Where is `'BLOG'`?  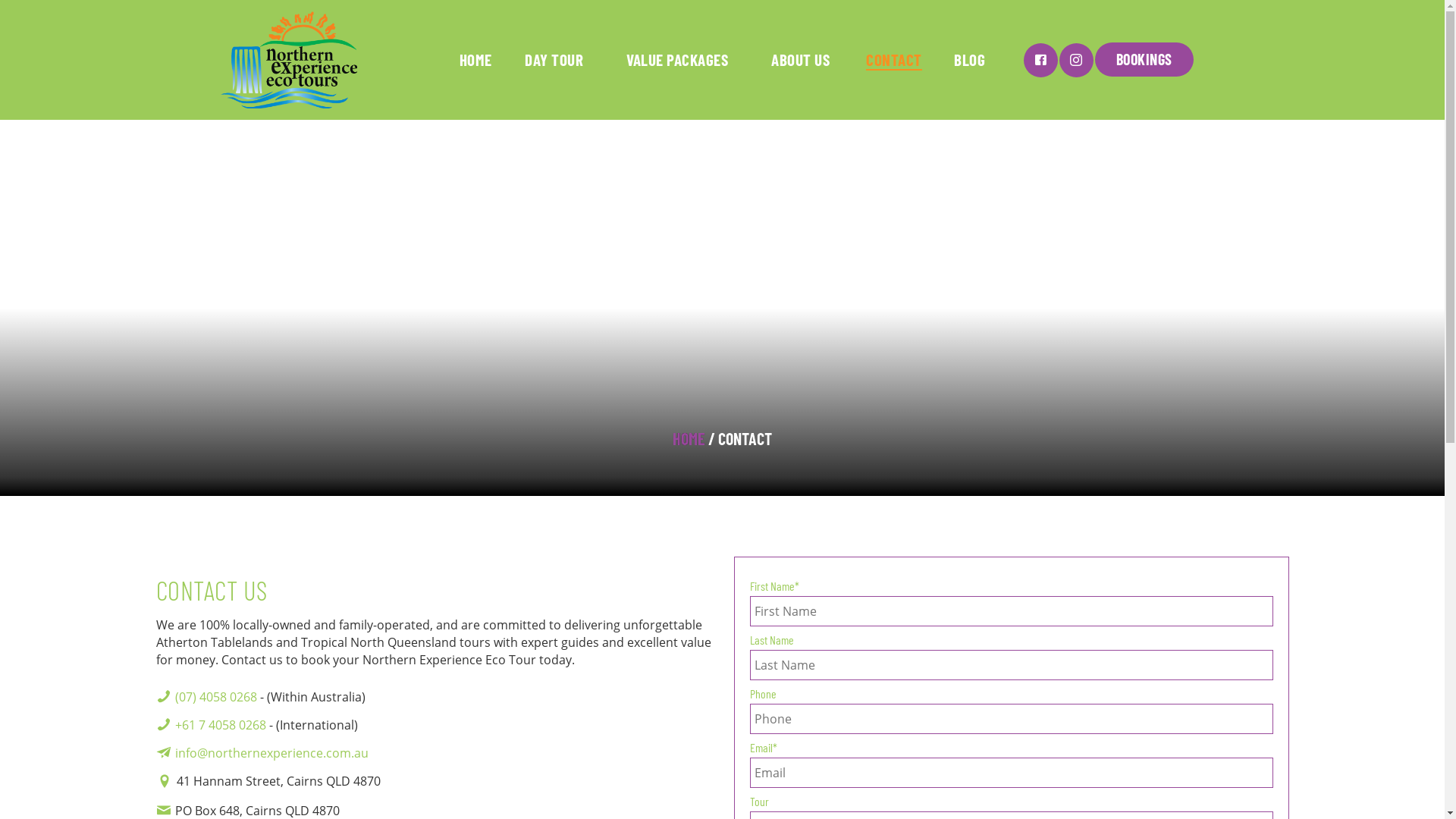 'BLOG' is located at coordinates (946, 58).